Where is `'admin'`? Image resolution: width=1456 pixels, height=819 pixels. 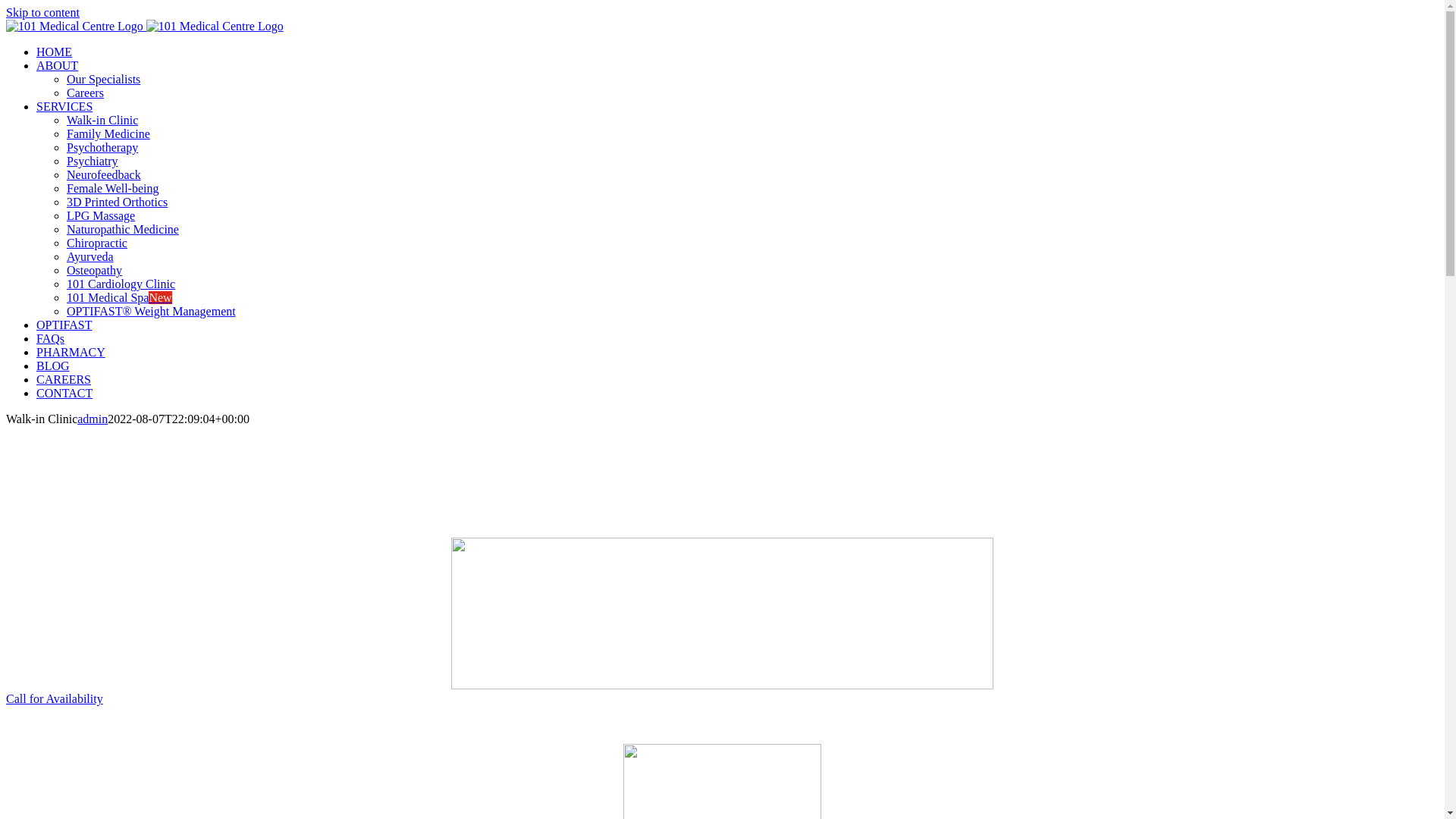 'admin' is located at coordinates (91, 419).